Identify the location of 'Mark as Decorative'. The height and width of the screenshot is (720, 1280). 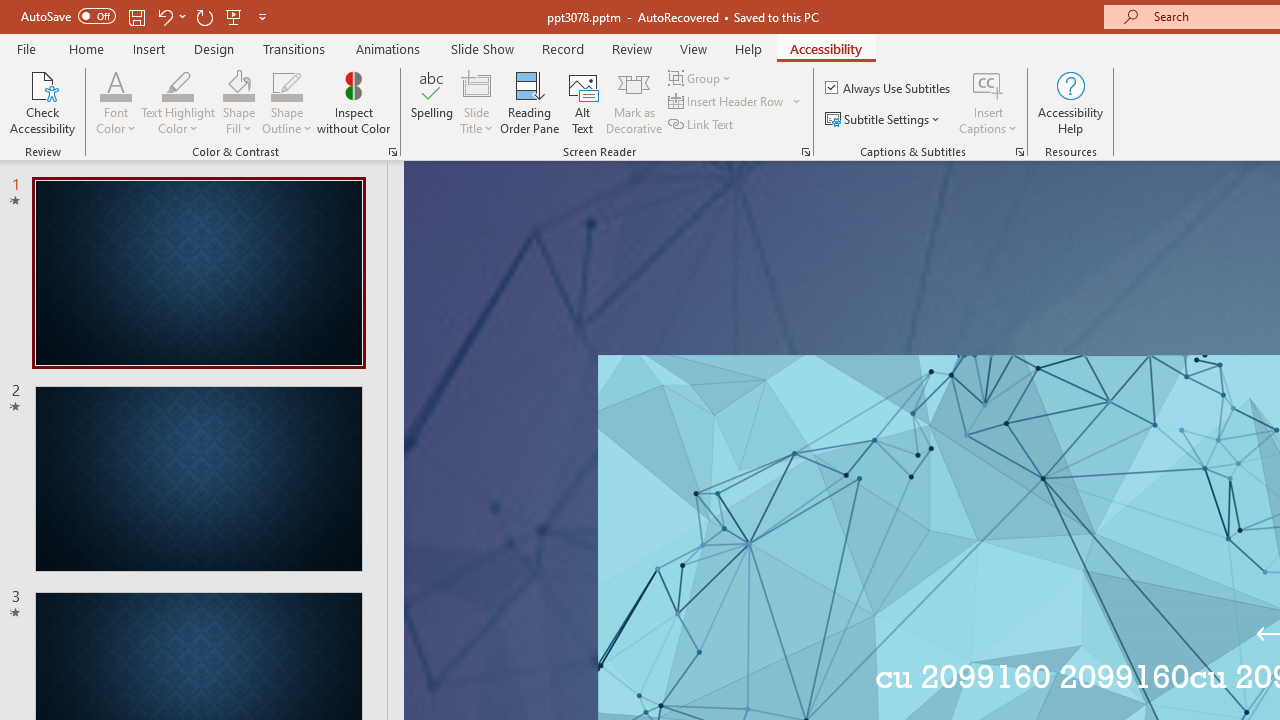
(633, 103).